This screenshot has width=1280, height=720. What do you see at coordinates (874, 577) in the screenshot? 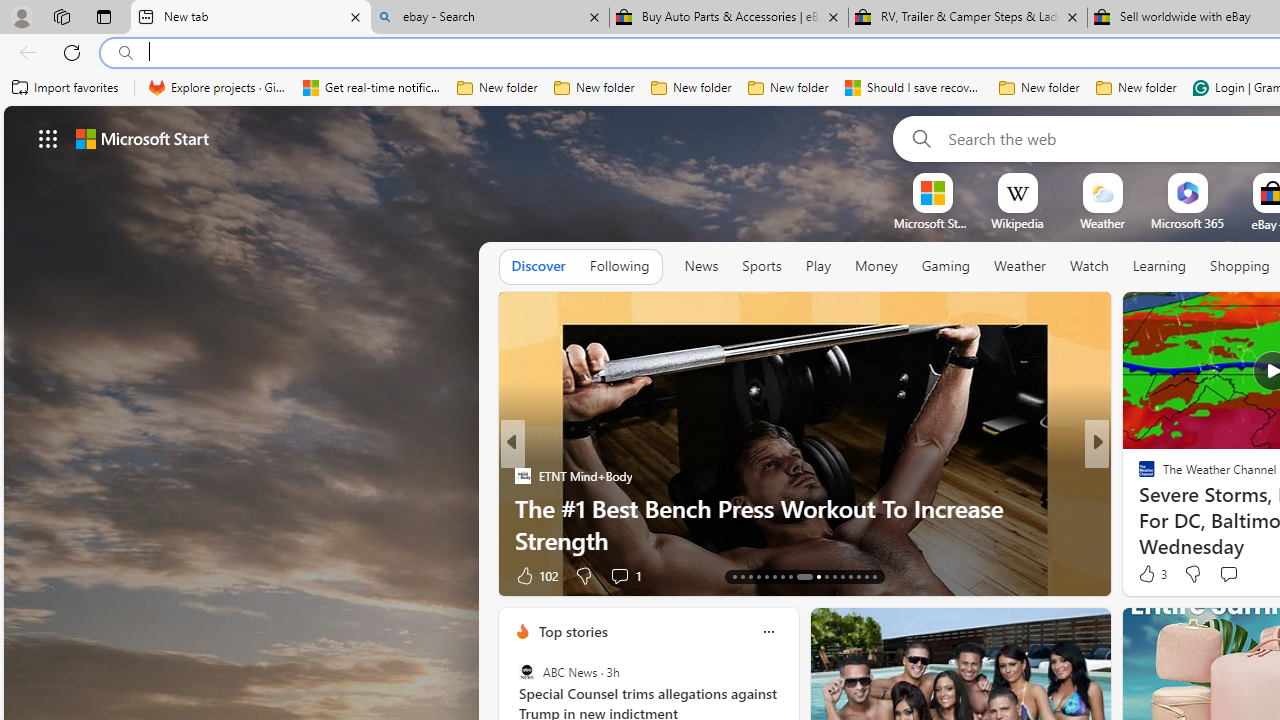
I see `'AutomationID: tab-29'` at bounding box center [874, 577].